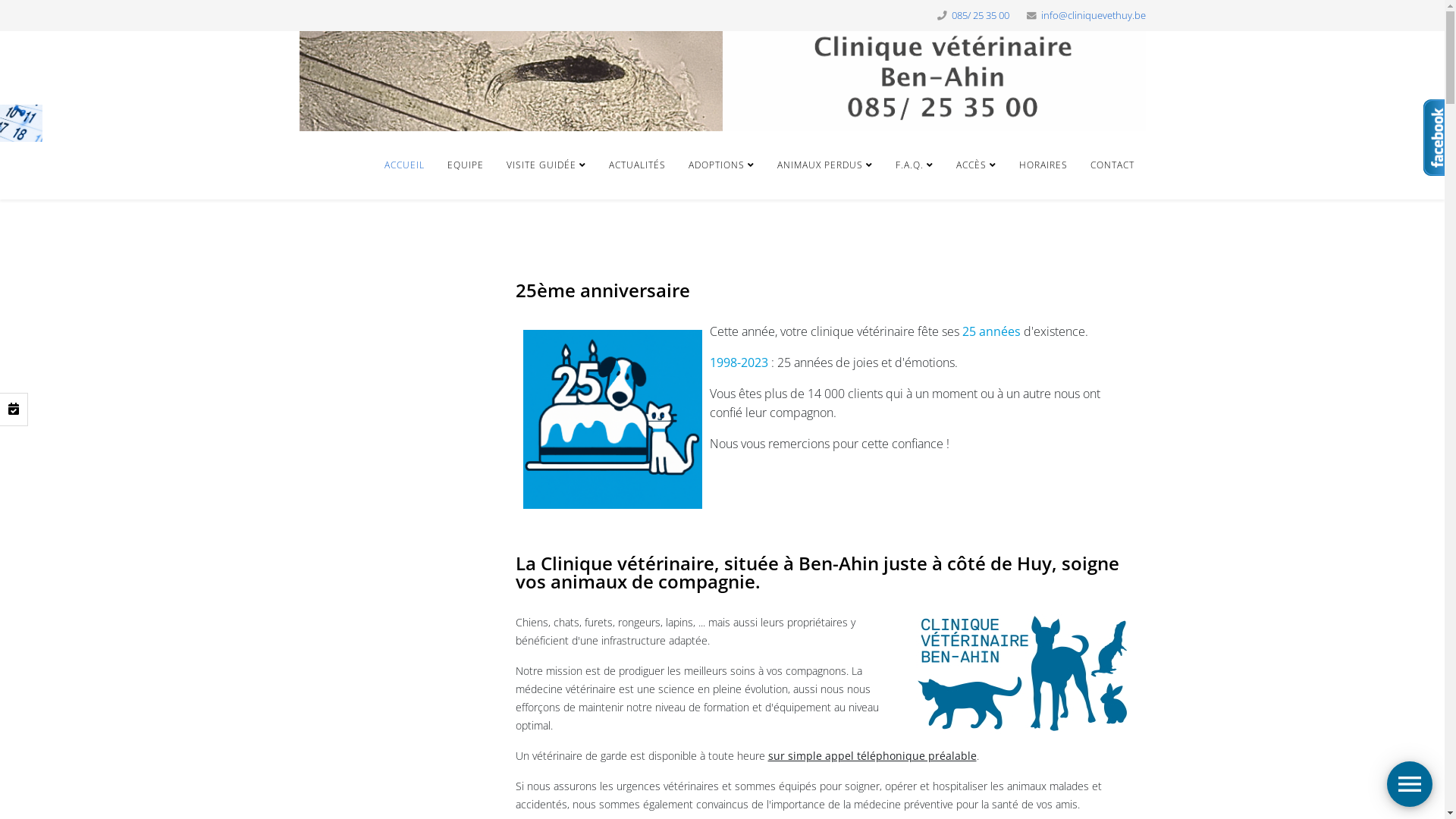 This screenshot has height=819, width=1456. What do you see at coordinates (884, 165) in the screenshot?
I see `'F.A.Q.'` at bounding box center [884, 165].